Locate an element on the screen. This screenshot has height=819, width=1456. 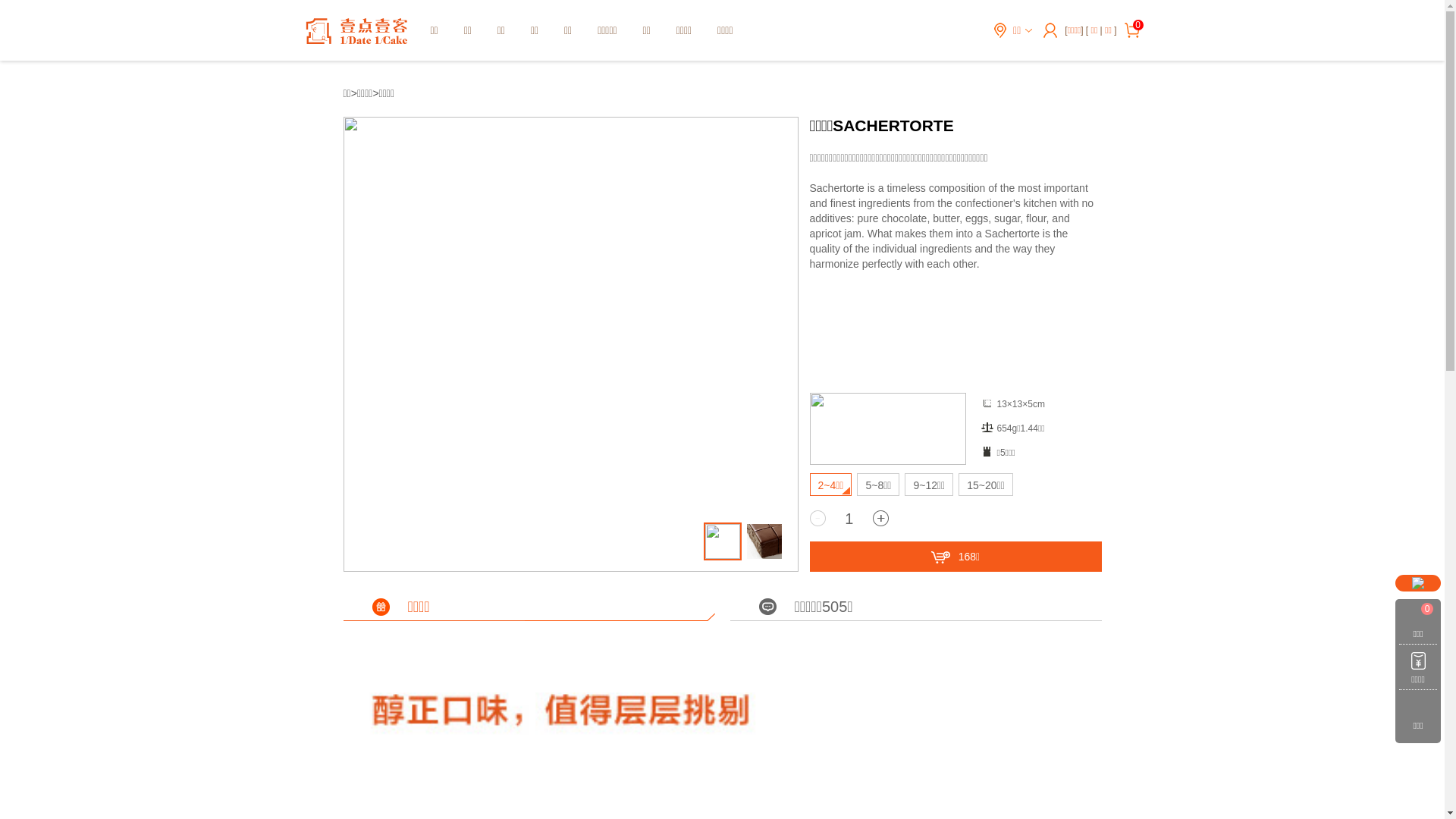
'0' is located at coordinates (1135, 25).